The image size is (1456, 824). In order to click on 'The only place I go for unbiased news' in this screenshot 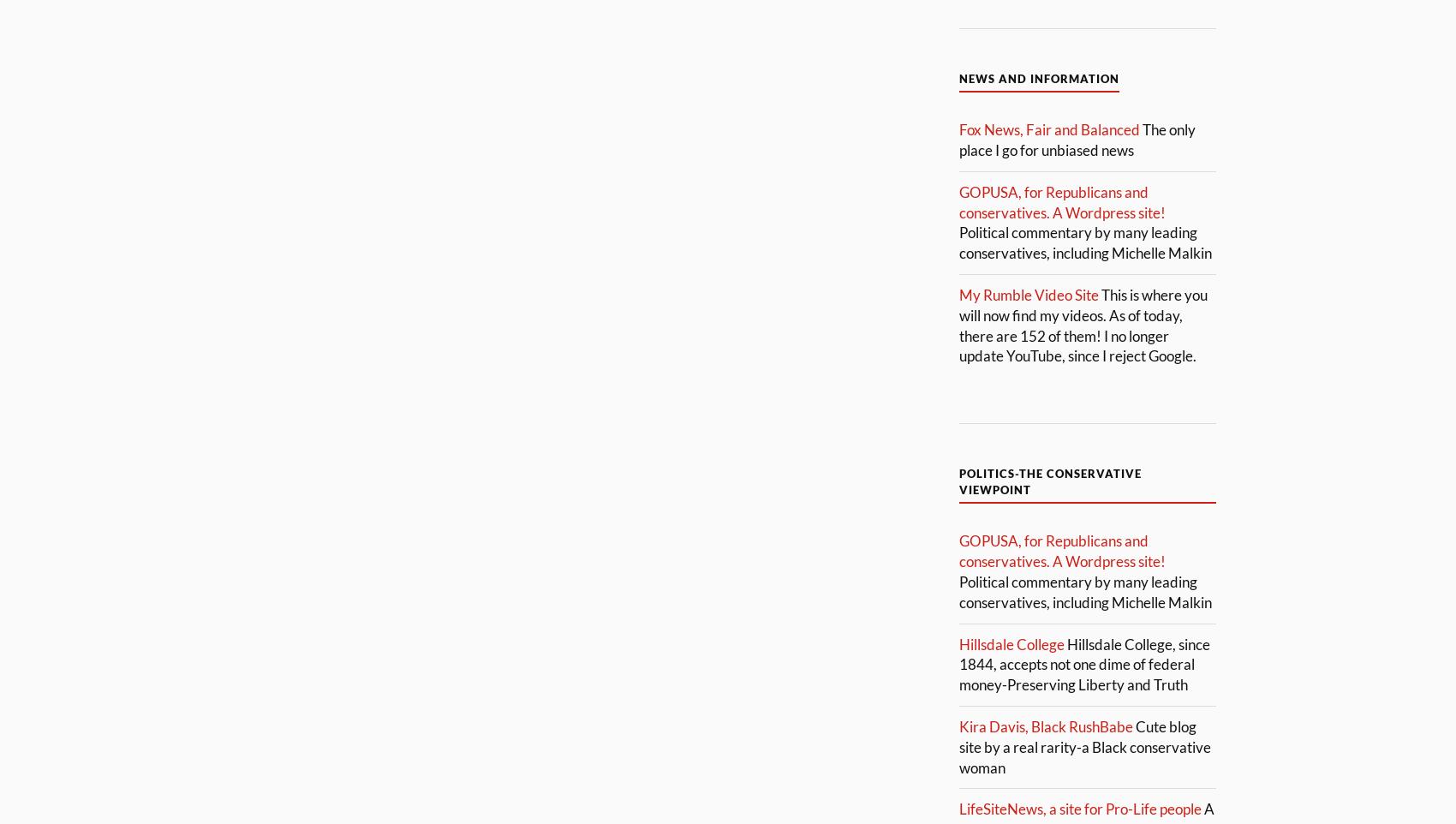, I will do `click(1077, 140)`.